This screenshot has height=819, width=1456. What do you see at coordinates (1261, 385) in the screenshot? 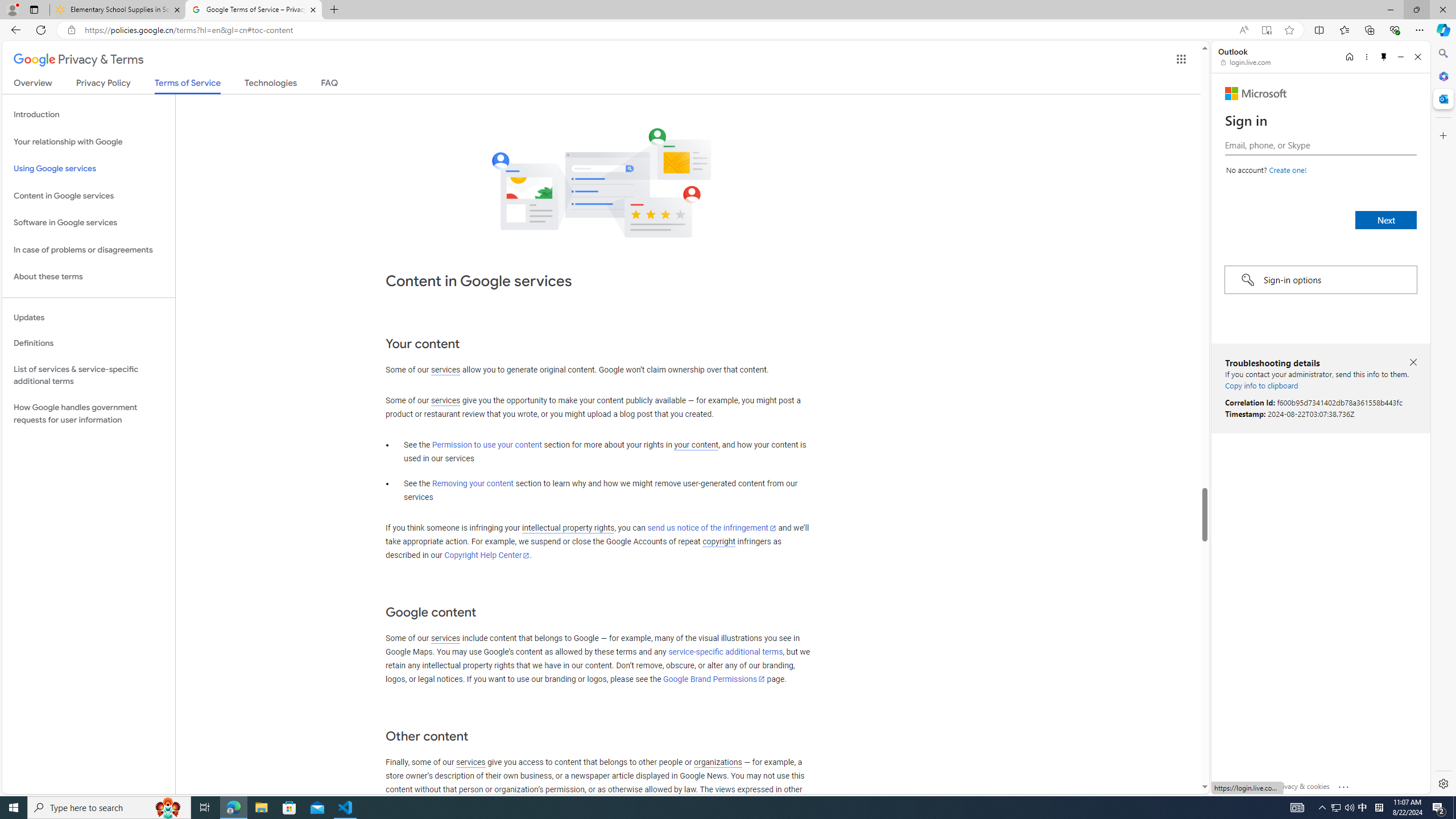
I see `'Copy info to clipboard'` at bounding box center [1261, 385].